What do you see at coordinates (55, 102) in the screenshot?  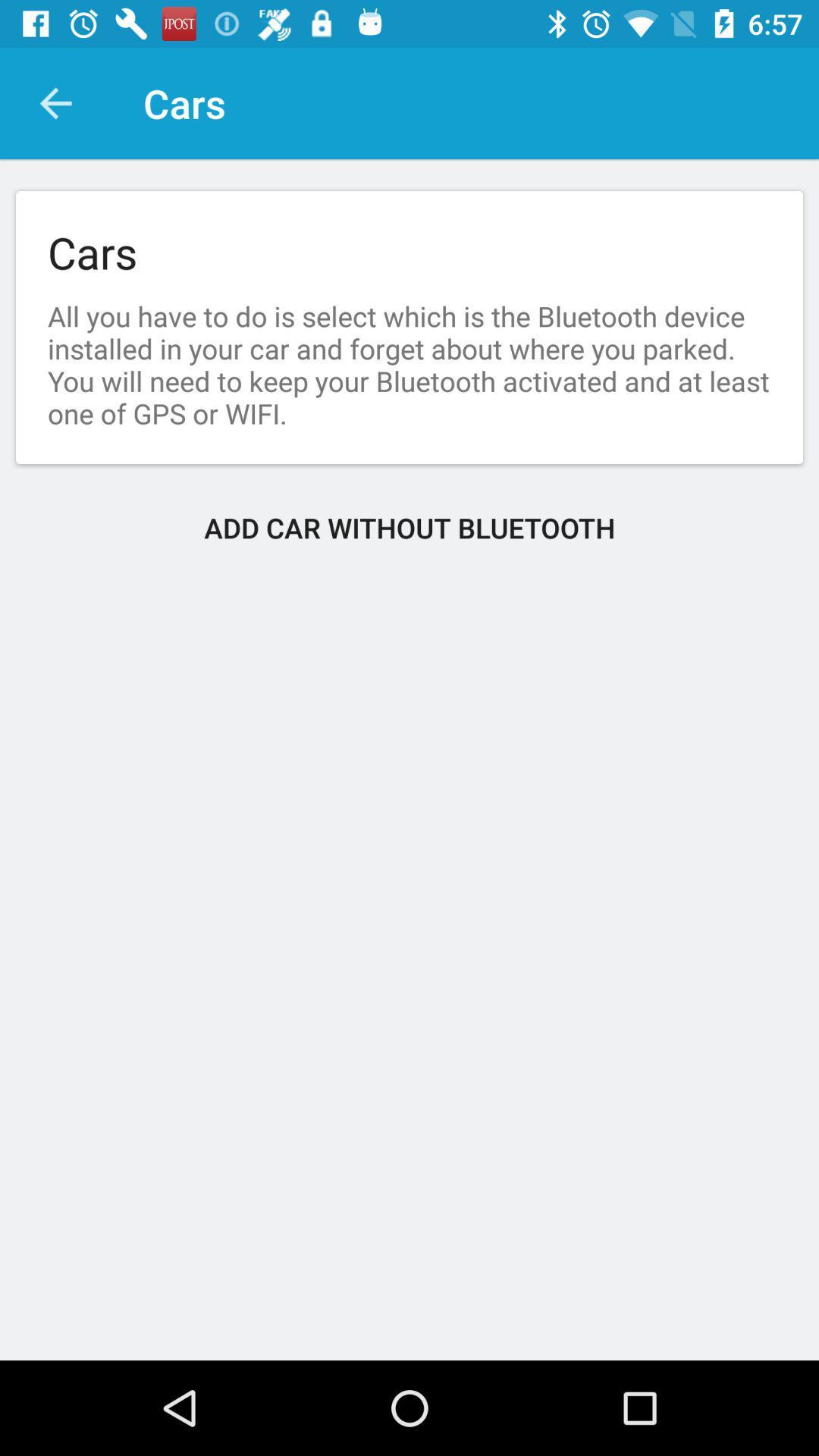 I see `the item to the left of cars` at bounding box center [55, 102].